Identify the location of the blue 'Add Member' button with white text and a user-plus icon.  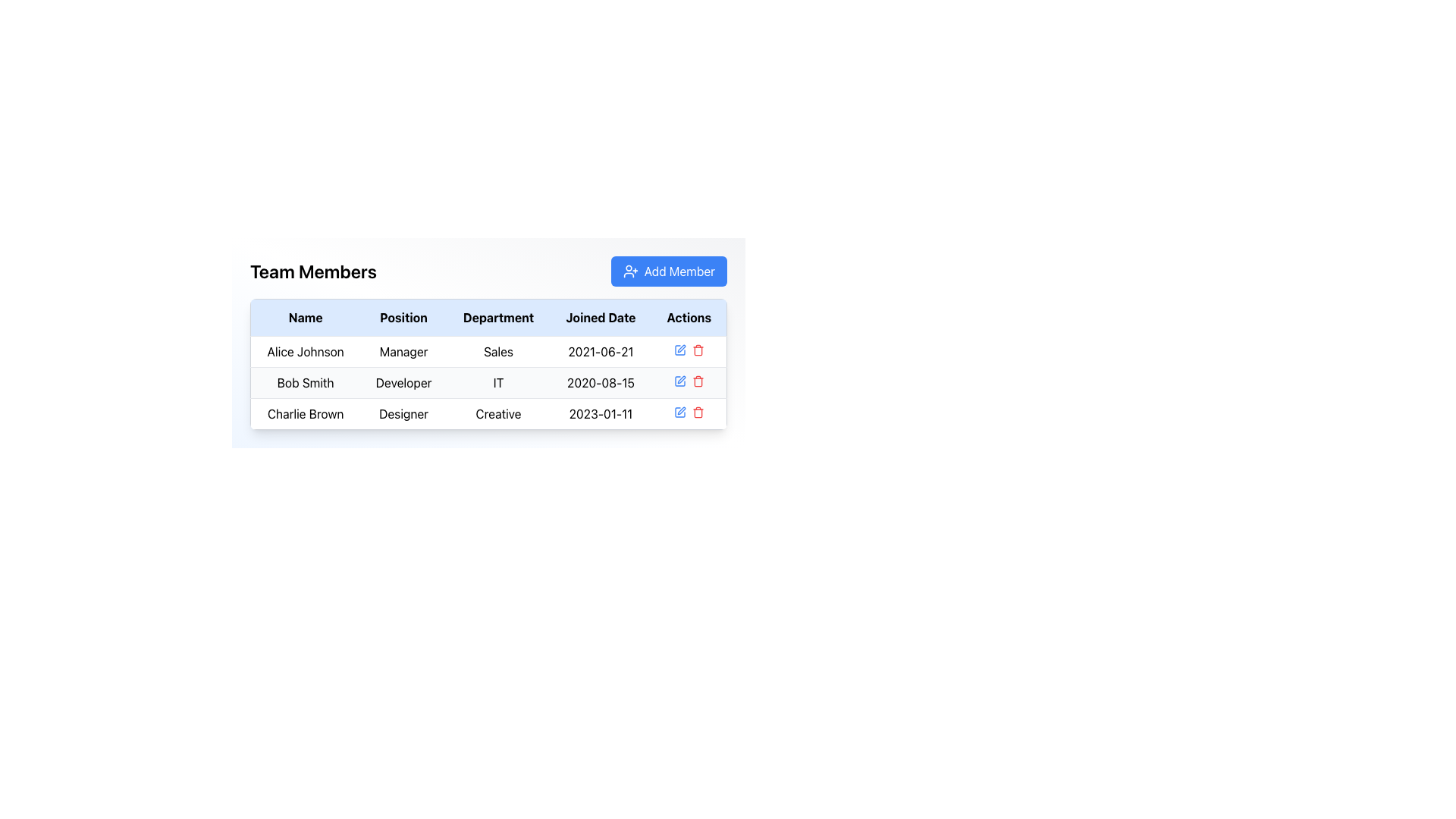
(668, 271).